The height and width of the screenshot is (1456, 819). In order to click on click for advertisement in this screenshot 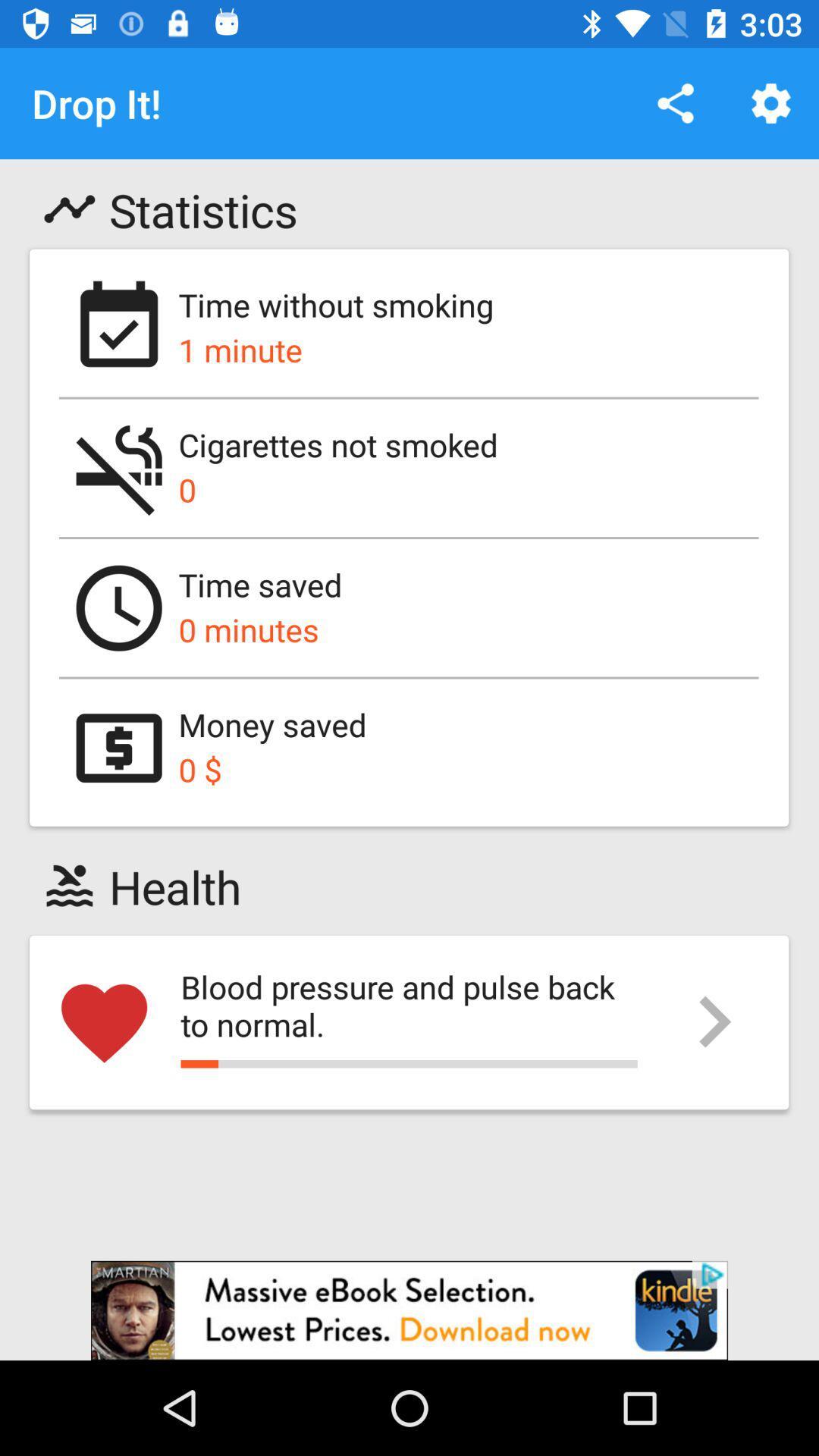, I will do `click(409, 1310)`.